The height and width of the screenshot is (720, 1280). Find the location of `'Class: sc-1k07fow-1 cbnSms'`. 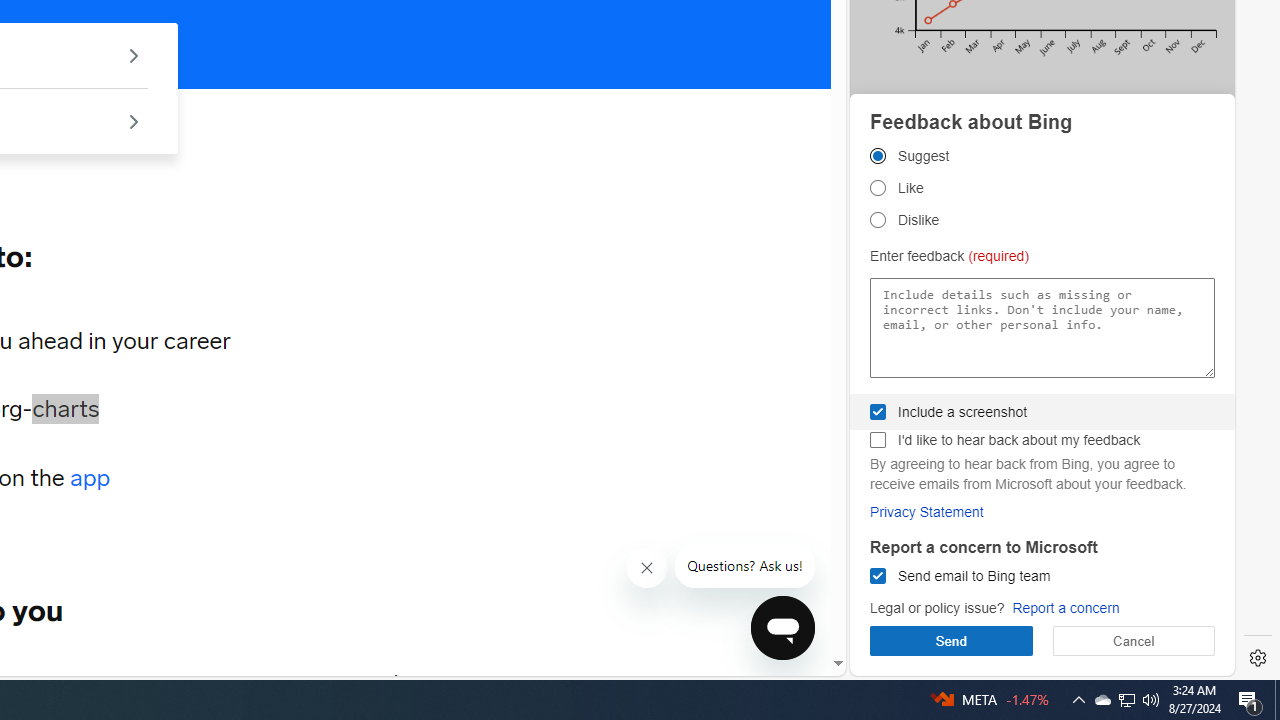

'Class: sc-1k07fow-1 cbnSms' is located at coordinates (781, 626).